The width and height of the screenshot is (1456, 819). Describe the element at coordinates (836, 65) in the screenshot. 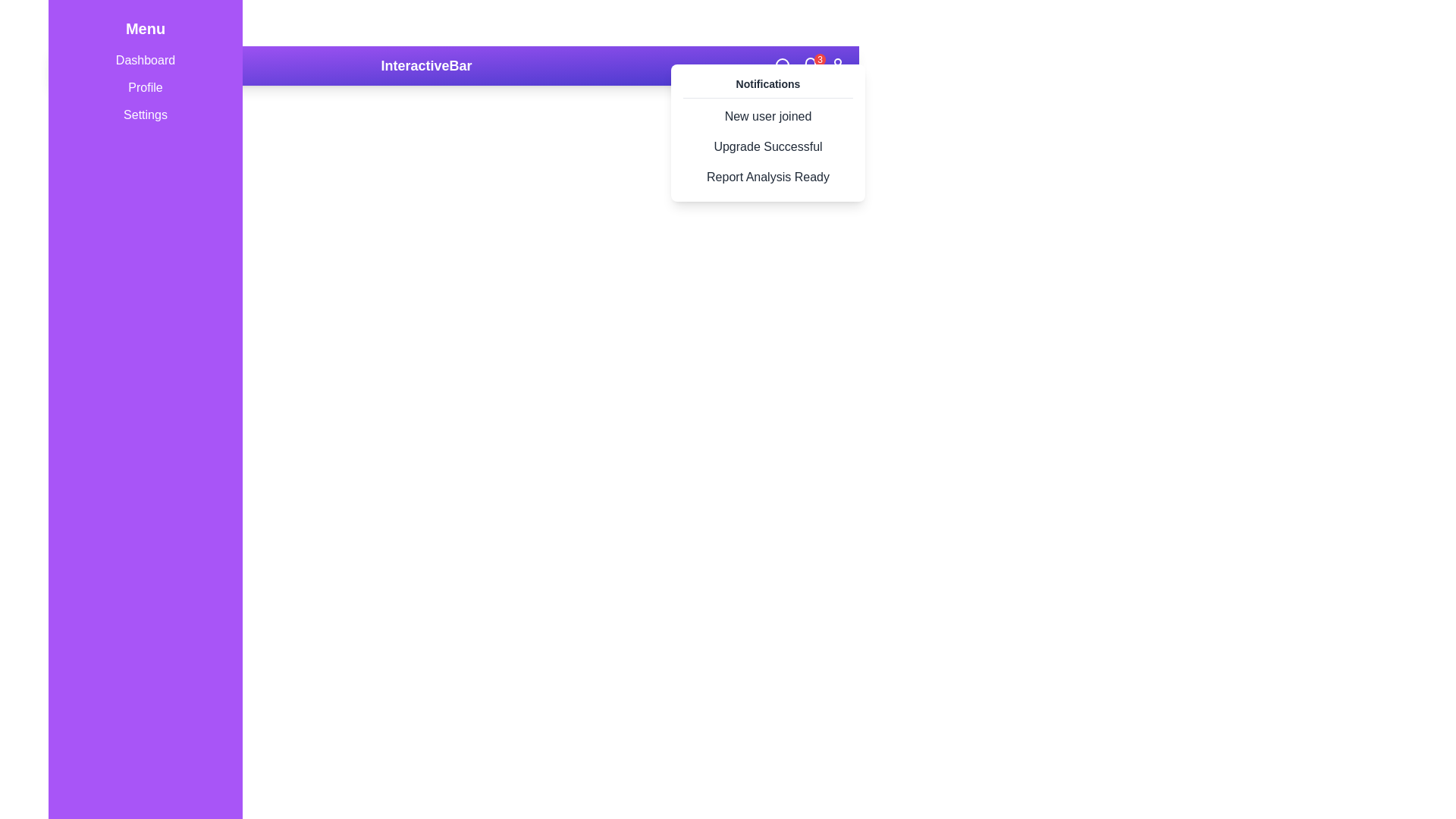

I see `the user outline icon located at the far-right corner of the horizontal navigation bar` at that location.